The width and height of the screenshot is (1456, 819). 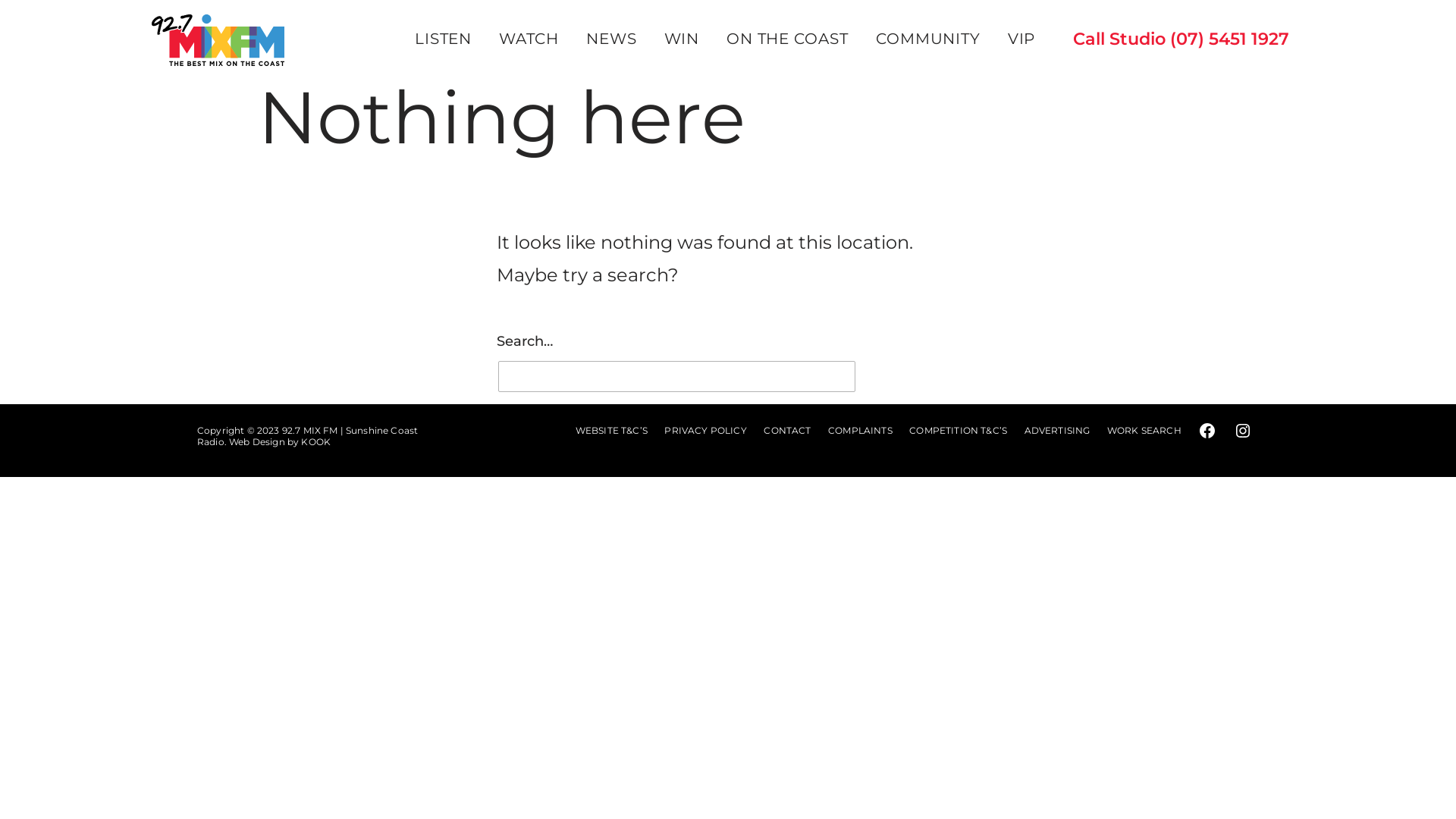 What do you see at coordinates (442, 37) in the screenshot?
I see `'LISTEN'` at bounding box center [442, 37].